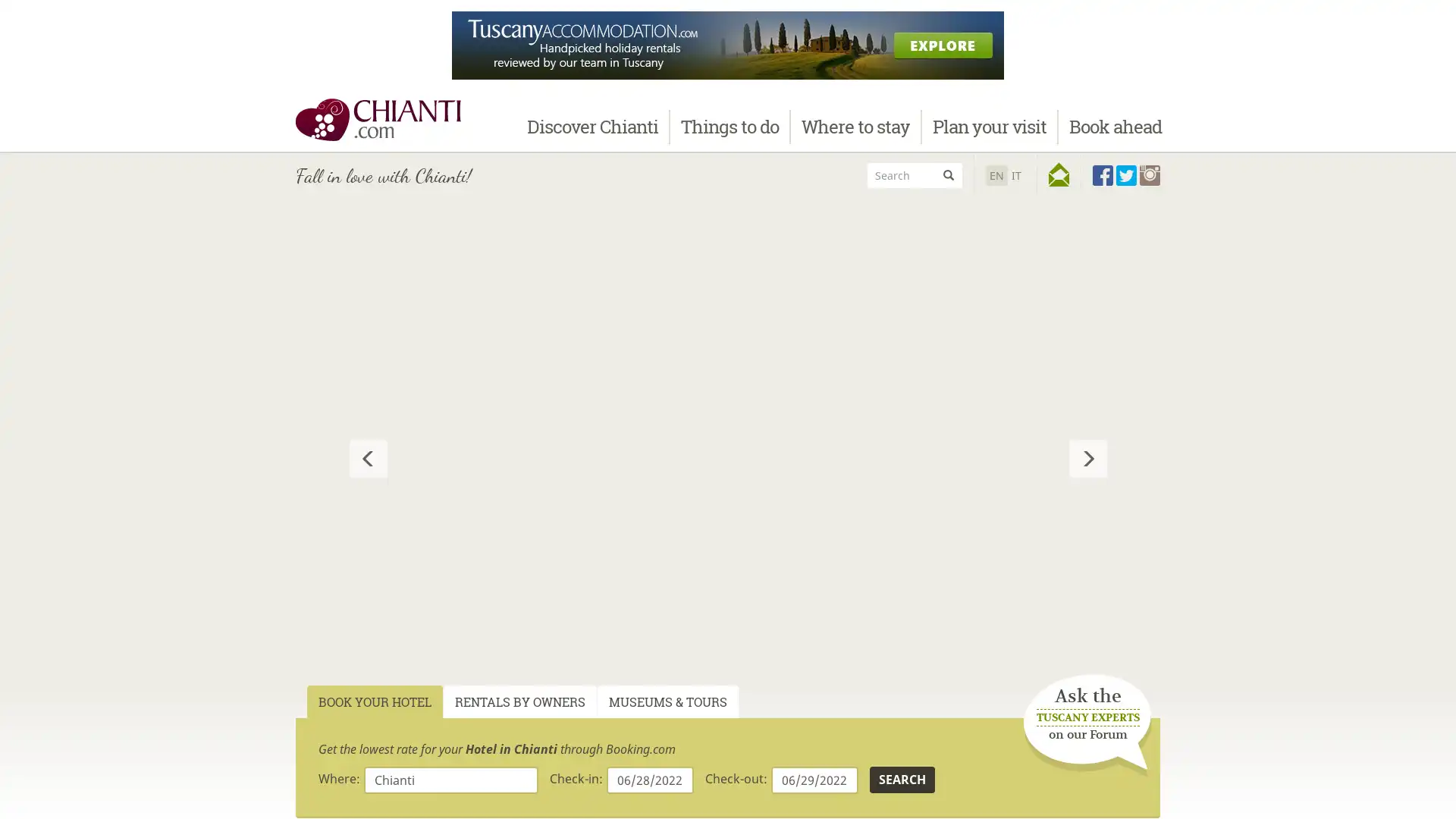 The height and width of the screenshot is (819, 1456). What do you see at coordinates (730, 126) in the screenshot?
I see `Things to do` at bounding box center [730, 126].